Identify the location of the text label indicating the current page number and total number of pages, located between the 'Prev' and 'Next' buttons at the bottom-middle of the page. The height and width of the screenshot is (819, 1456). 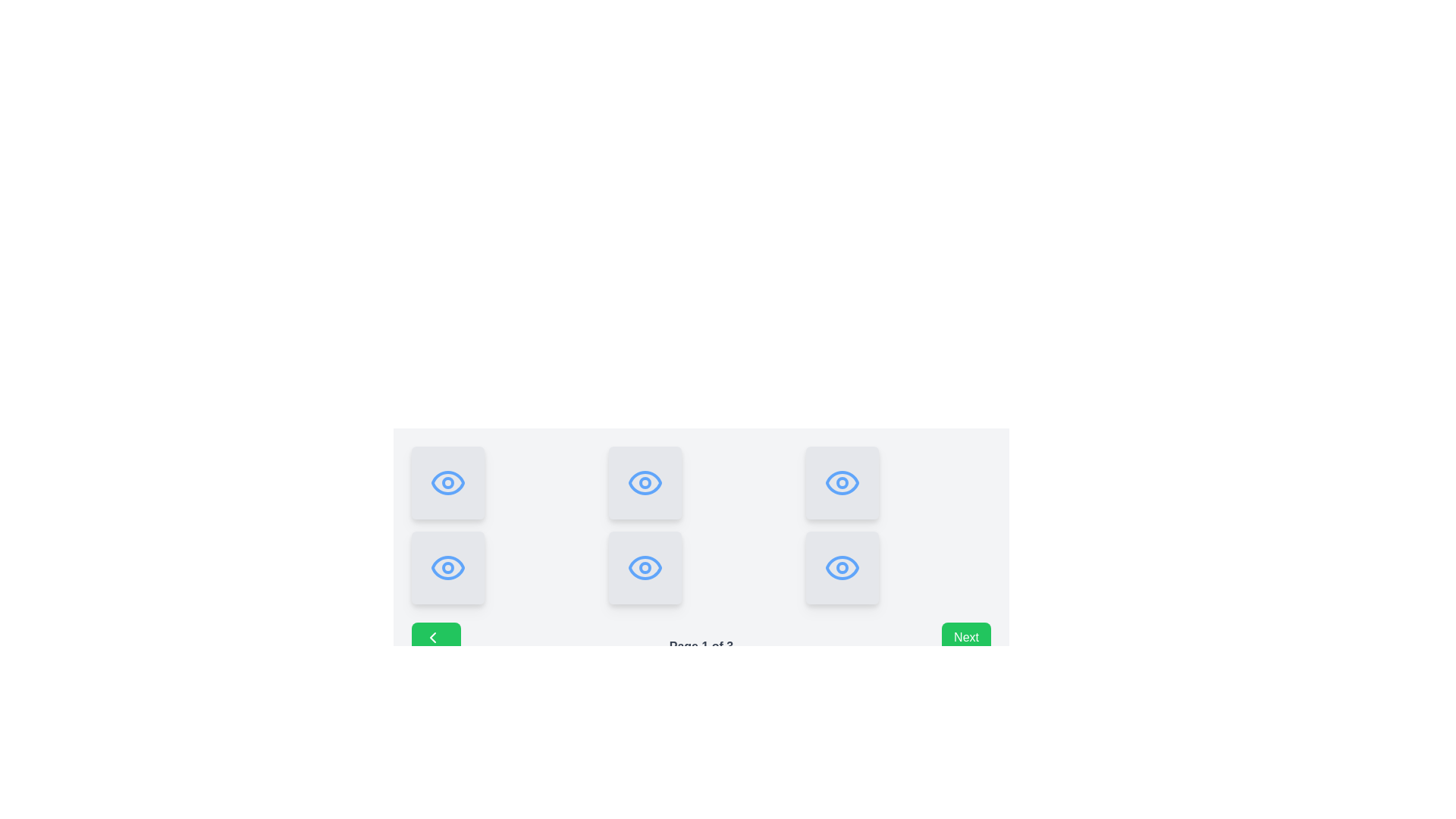
(701, 646).